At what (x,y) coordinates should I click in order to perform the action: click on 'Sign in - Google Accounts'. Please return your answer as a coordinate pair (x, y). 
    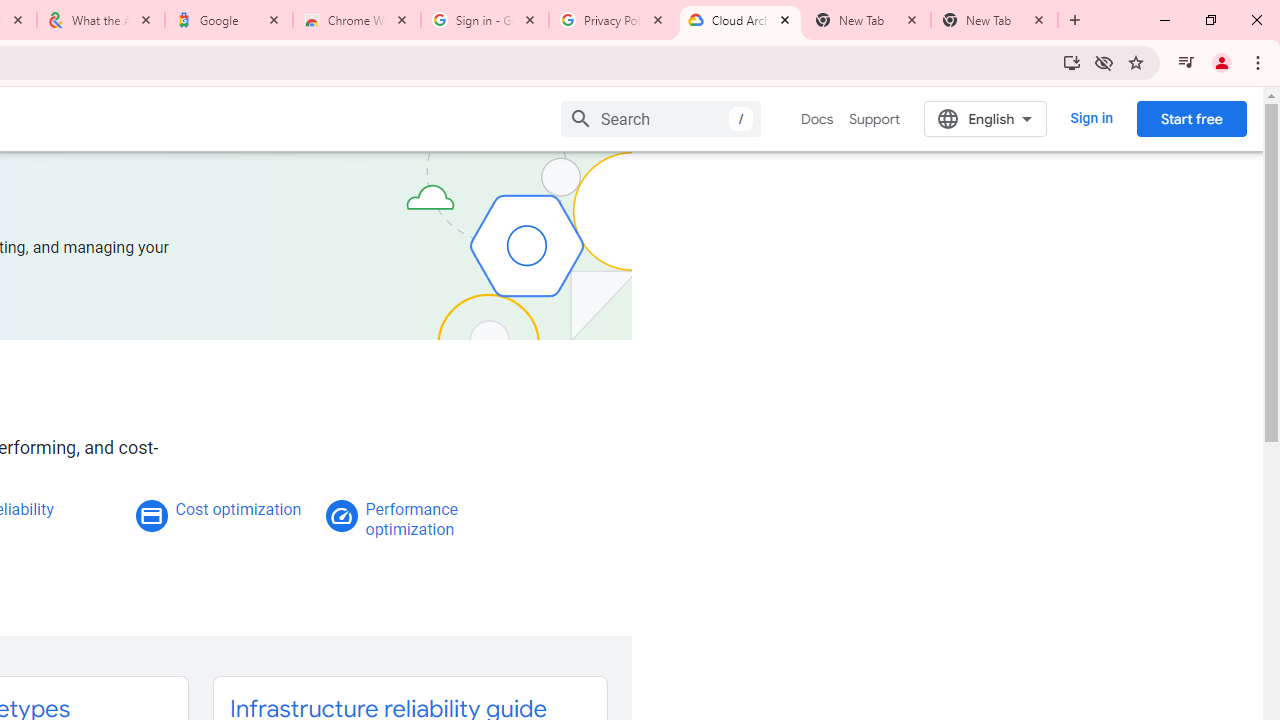
    Looking at the image, I should click on (485, 20).